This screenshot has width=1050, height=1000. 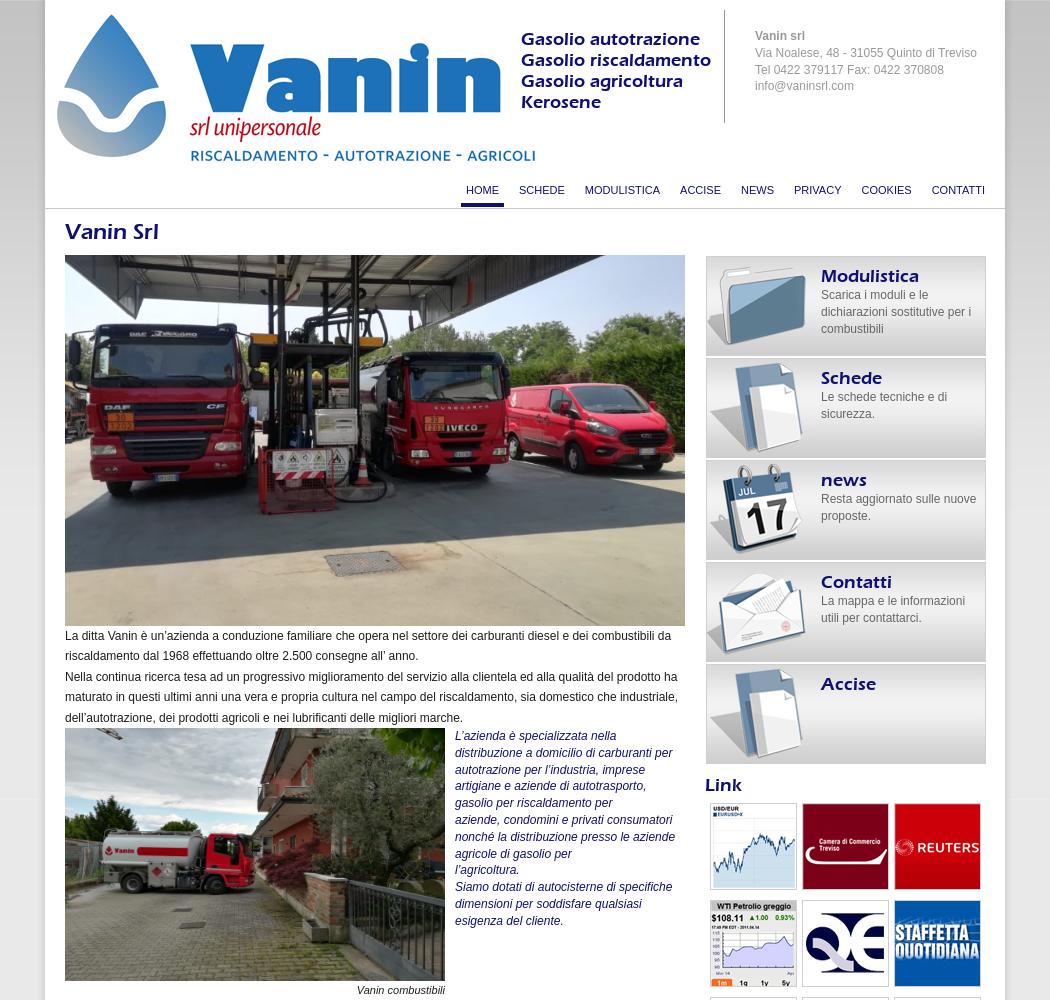 What do you see at coordinates (63, 231) in the screenshot?
I see `'Vanin Srl'` at bounding box center [63, 231].